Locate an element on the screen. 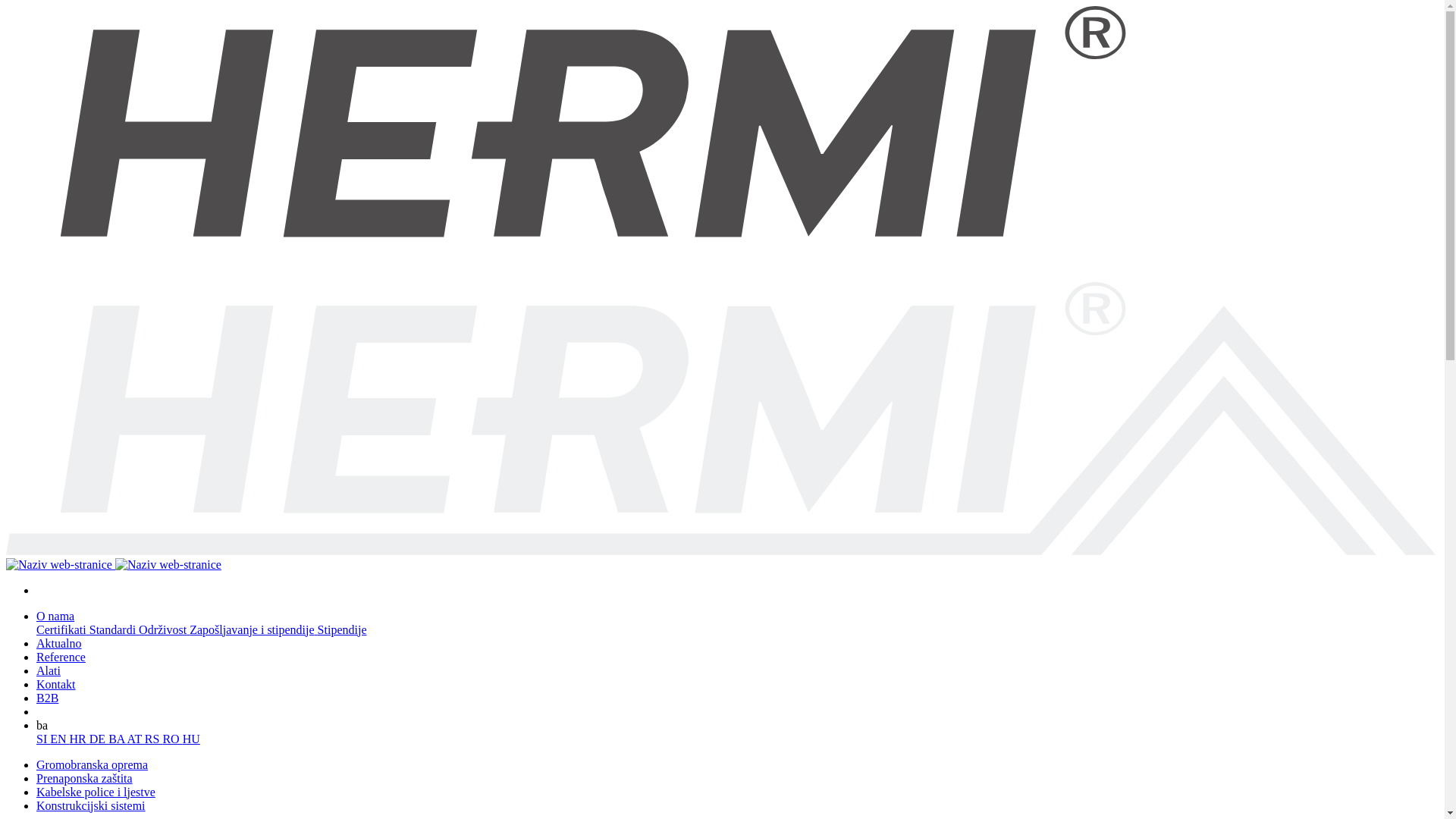  'RO' is located at coordinates (162, 738).